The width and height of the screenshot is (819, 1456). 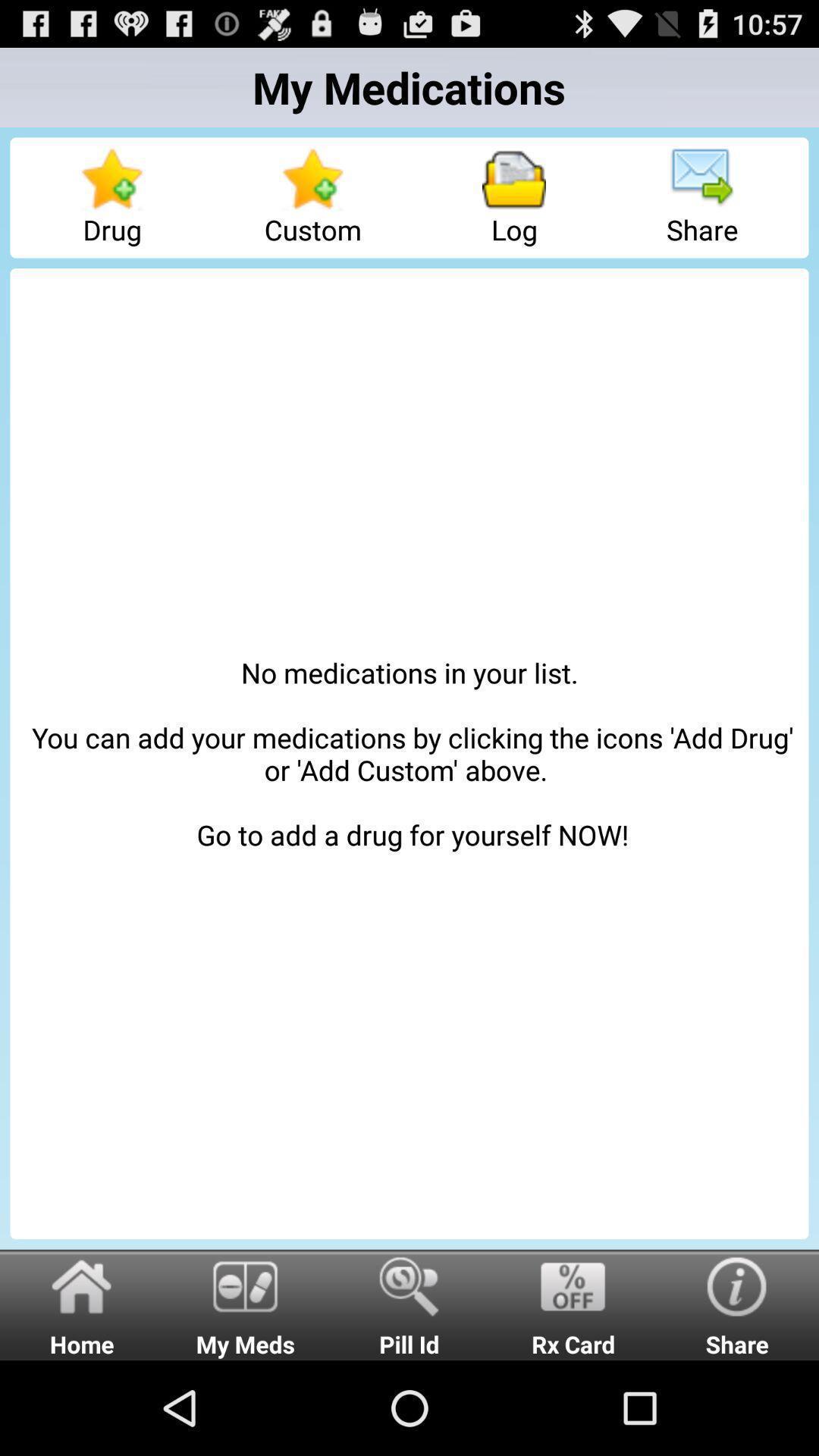 I want to click on the item to the right of my meds icon, so click(x=409, y=1304).